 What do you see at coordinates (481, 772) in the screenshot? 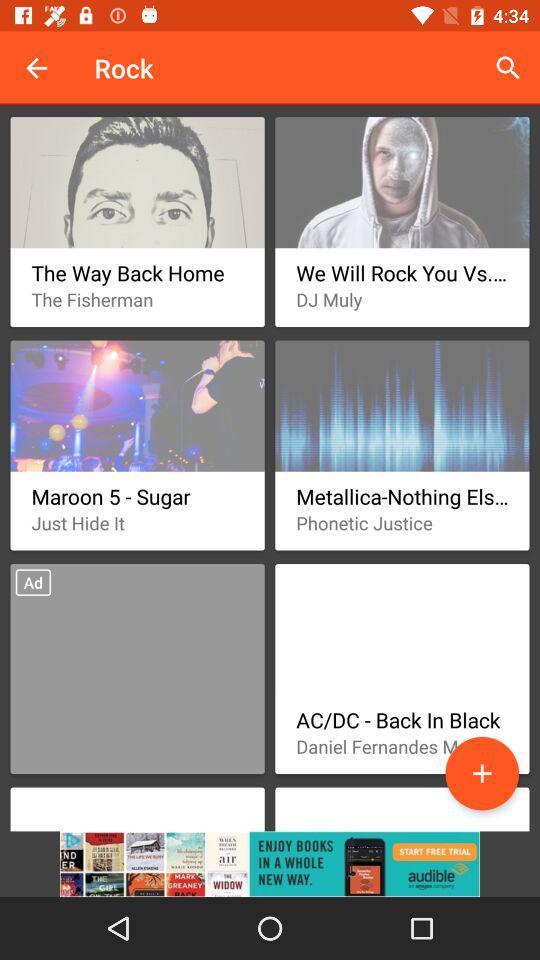
I see `the app` at bounding box center [481, 772].